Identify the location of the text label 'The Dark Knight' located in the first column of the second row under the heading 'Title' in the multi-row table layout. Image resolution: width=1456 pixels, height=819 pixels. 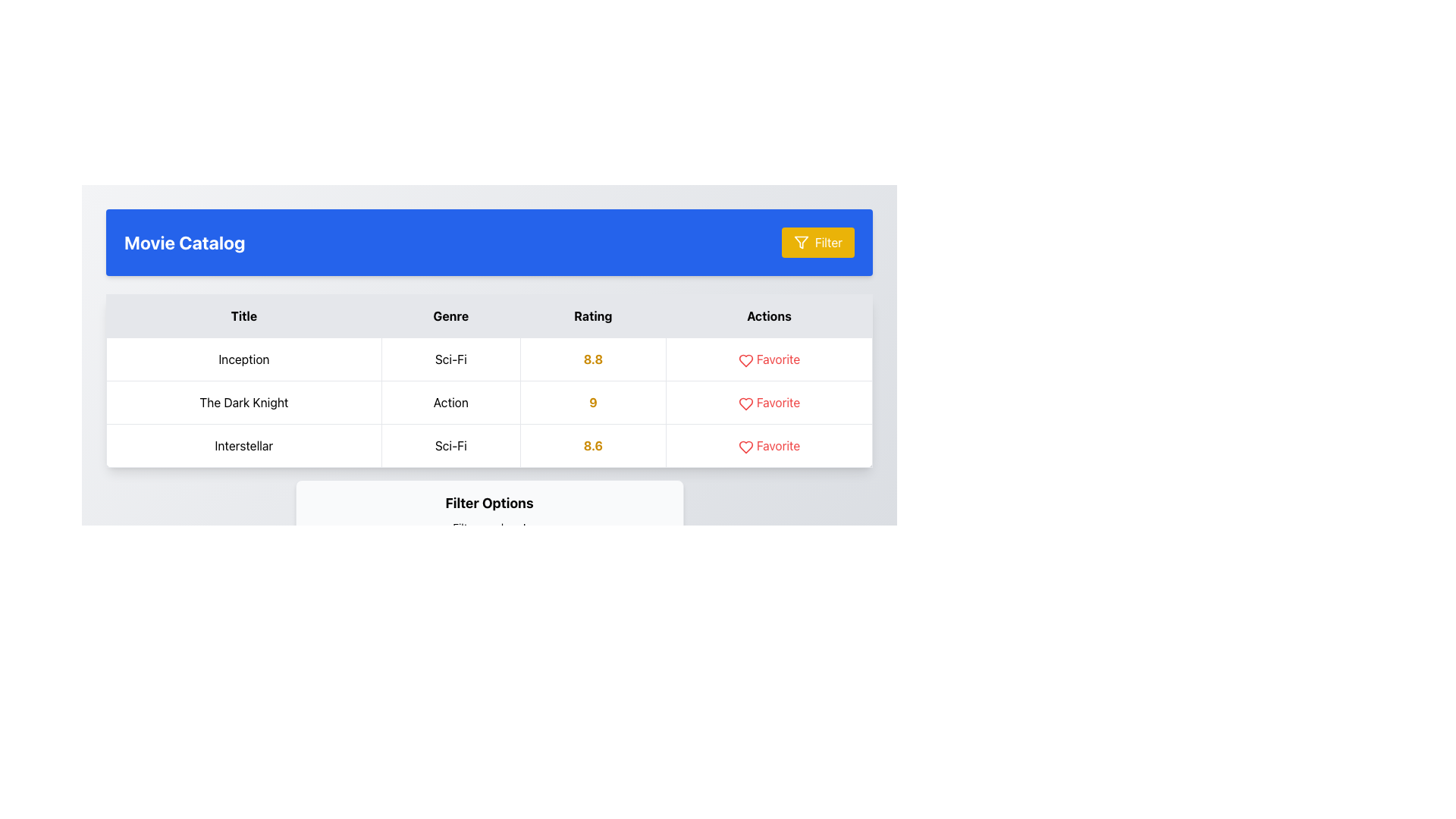
(243, 402).